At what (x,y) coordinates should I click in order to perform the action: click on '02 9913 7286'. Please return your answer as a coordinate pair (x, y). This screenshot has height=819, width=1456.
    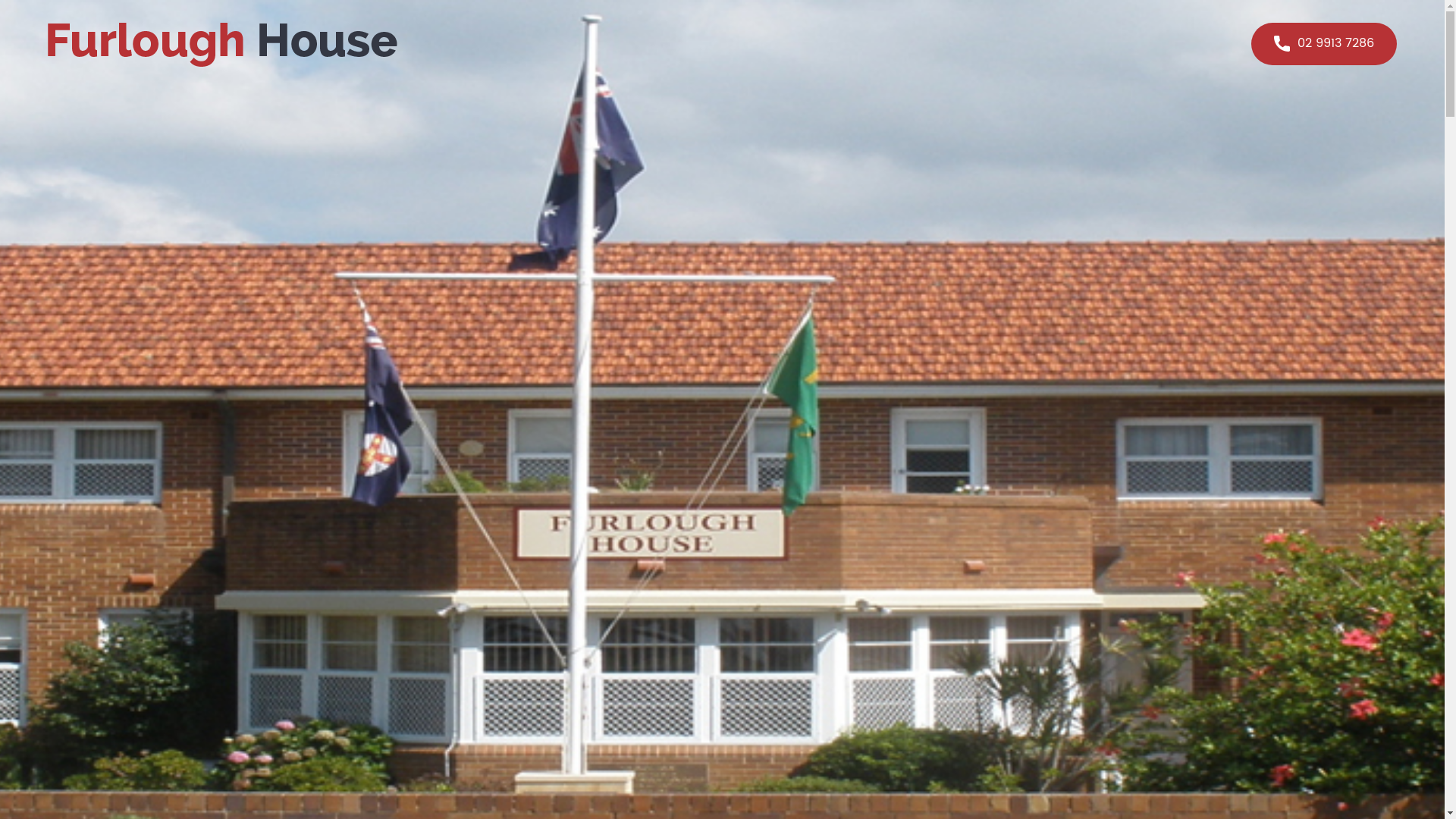
    Looking at the image, I should click on (1323, 42).